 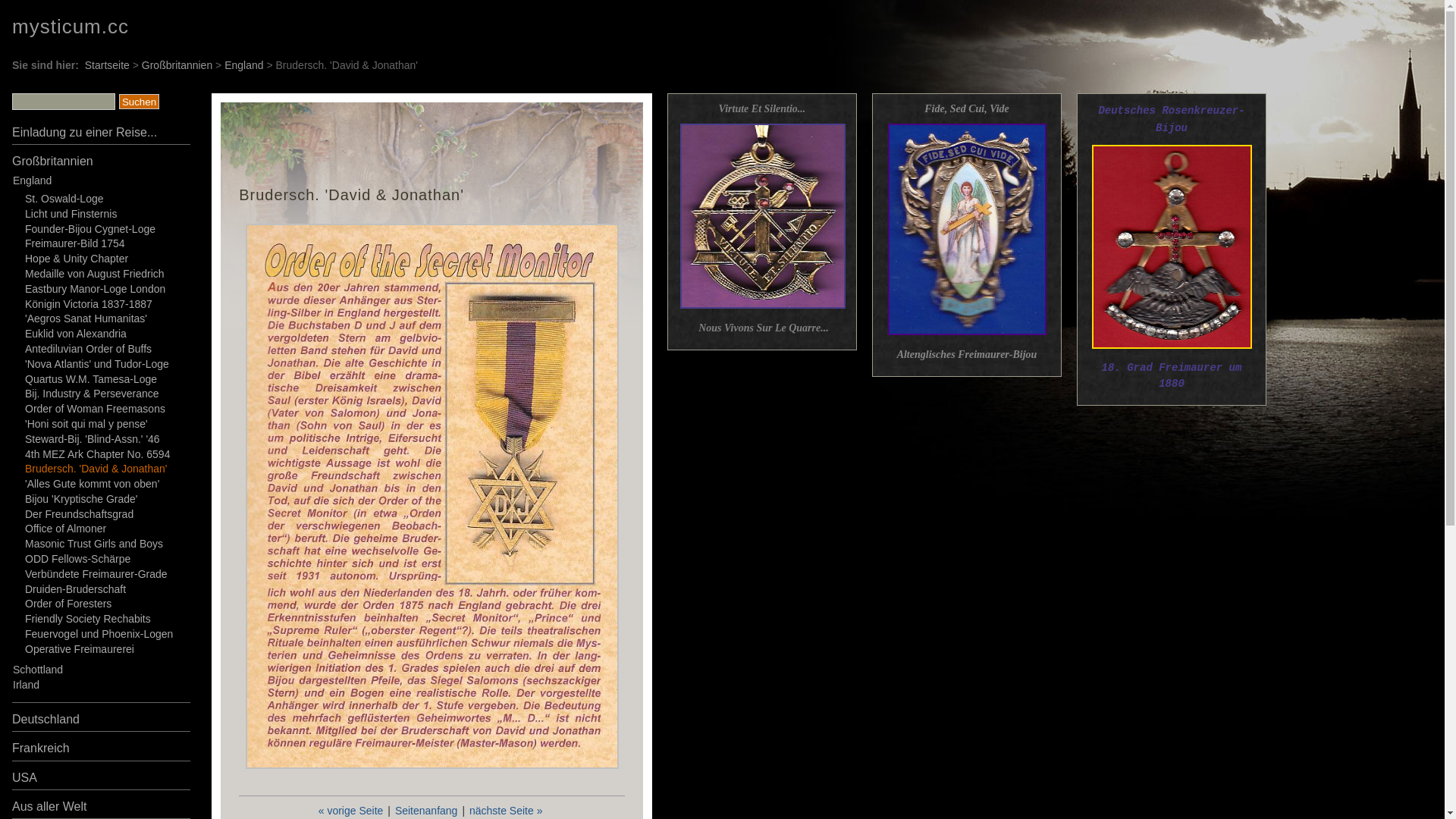 What do you see at coordinates (96, 452) in the screenshot?
I see `'4th MEZ Ark Chapter No. 6594'` at bounding box center [96, 452].